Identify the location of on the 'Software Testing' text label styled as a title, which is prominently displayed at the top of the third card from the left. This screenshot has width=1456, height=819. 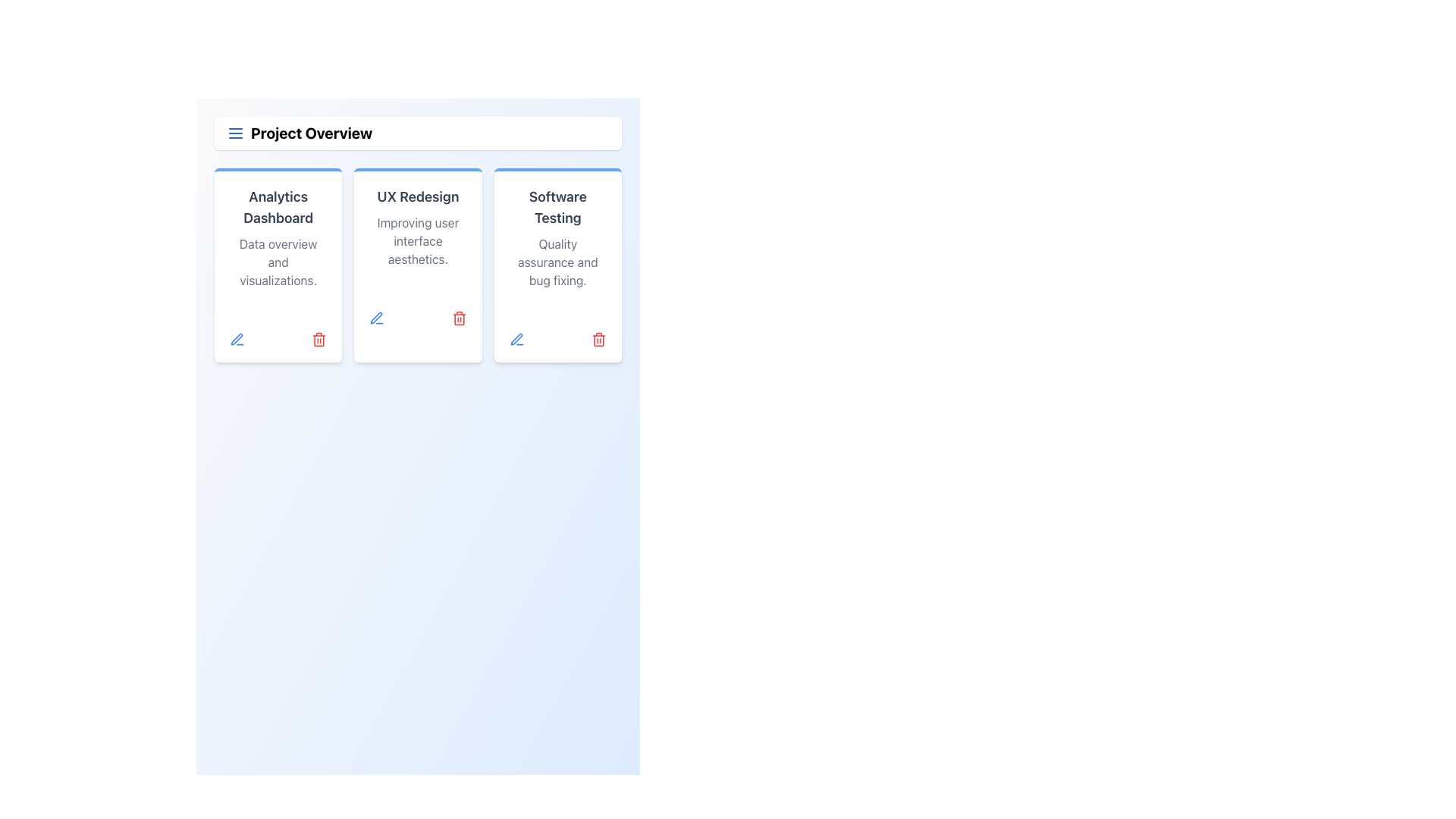
(557, 207).